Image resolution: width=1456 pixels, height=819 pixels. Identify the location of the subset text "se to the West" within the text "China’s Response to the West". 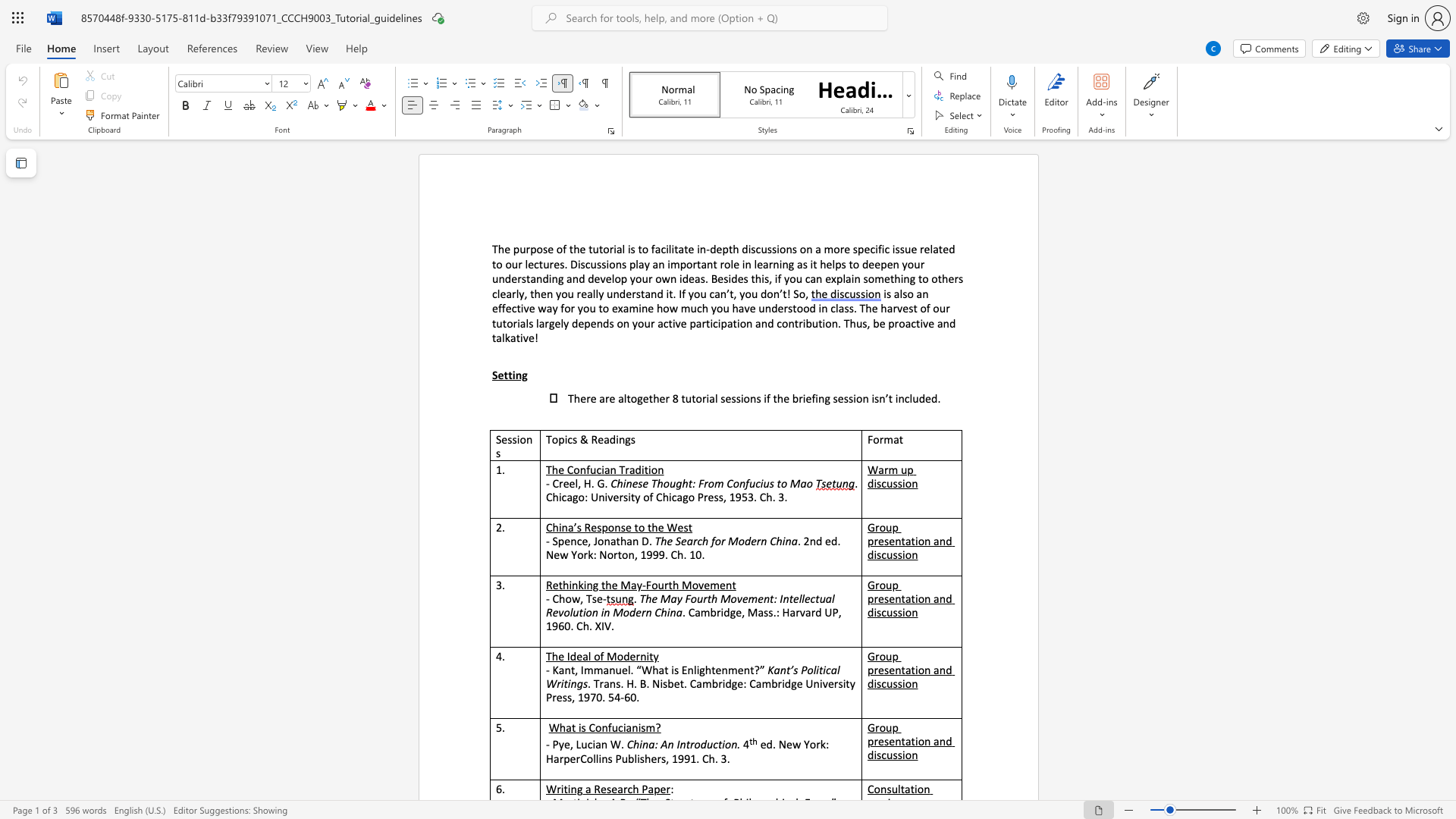
(620, 526).